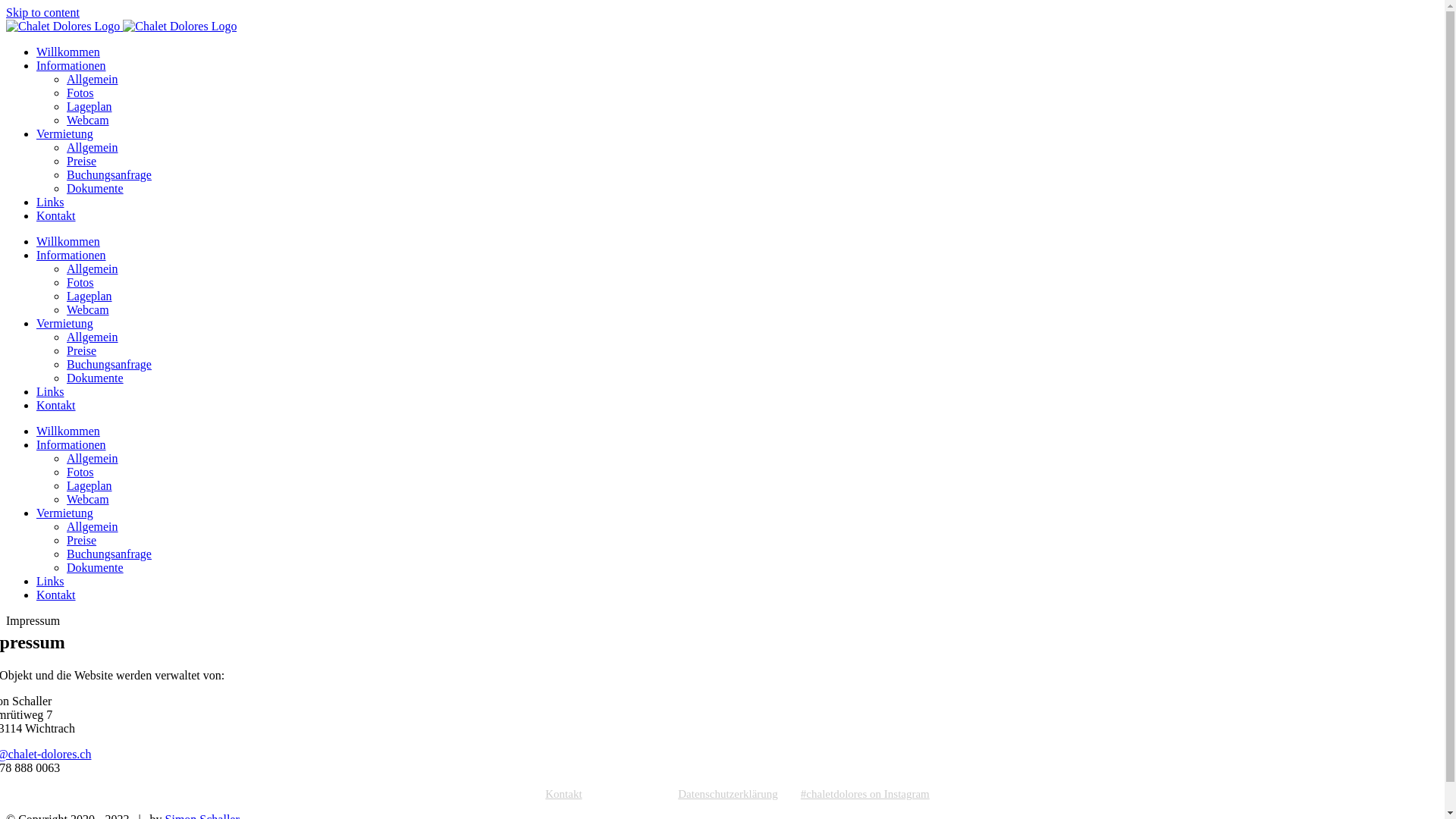 The height and width of the screenshot is (819, 1456). What do you see at coordinates (89, 105) in the screenshot?
I see `'Lageplan'` at bounding box center [89, 105].